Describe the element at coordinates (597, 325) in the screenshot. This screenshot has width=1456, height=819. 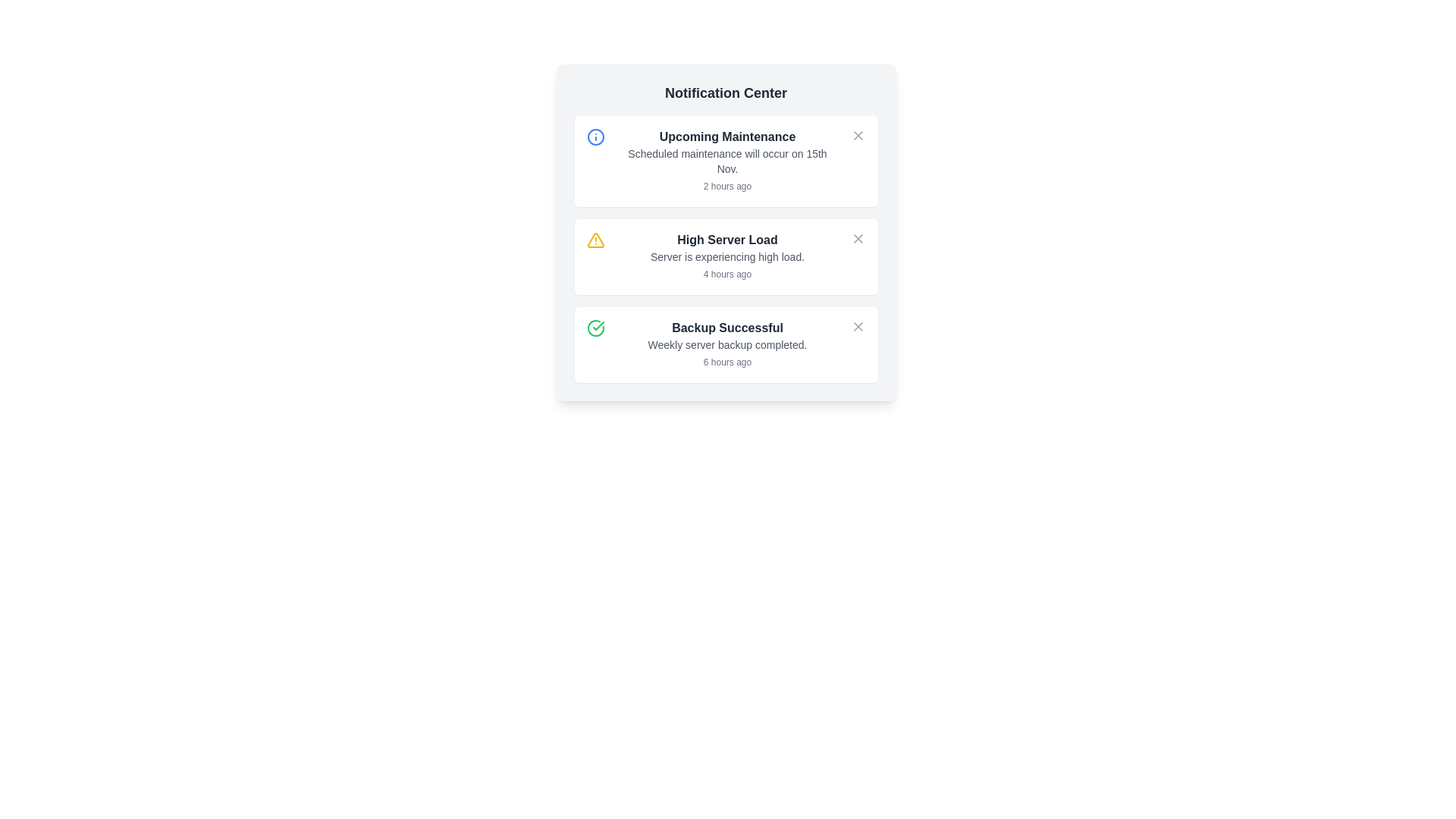
I see `green checkmark icon located in the bottom notification entry of the notification center panel, positioned to the left of the text content titled 'Backup Successful'` at that location.